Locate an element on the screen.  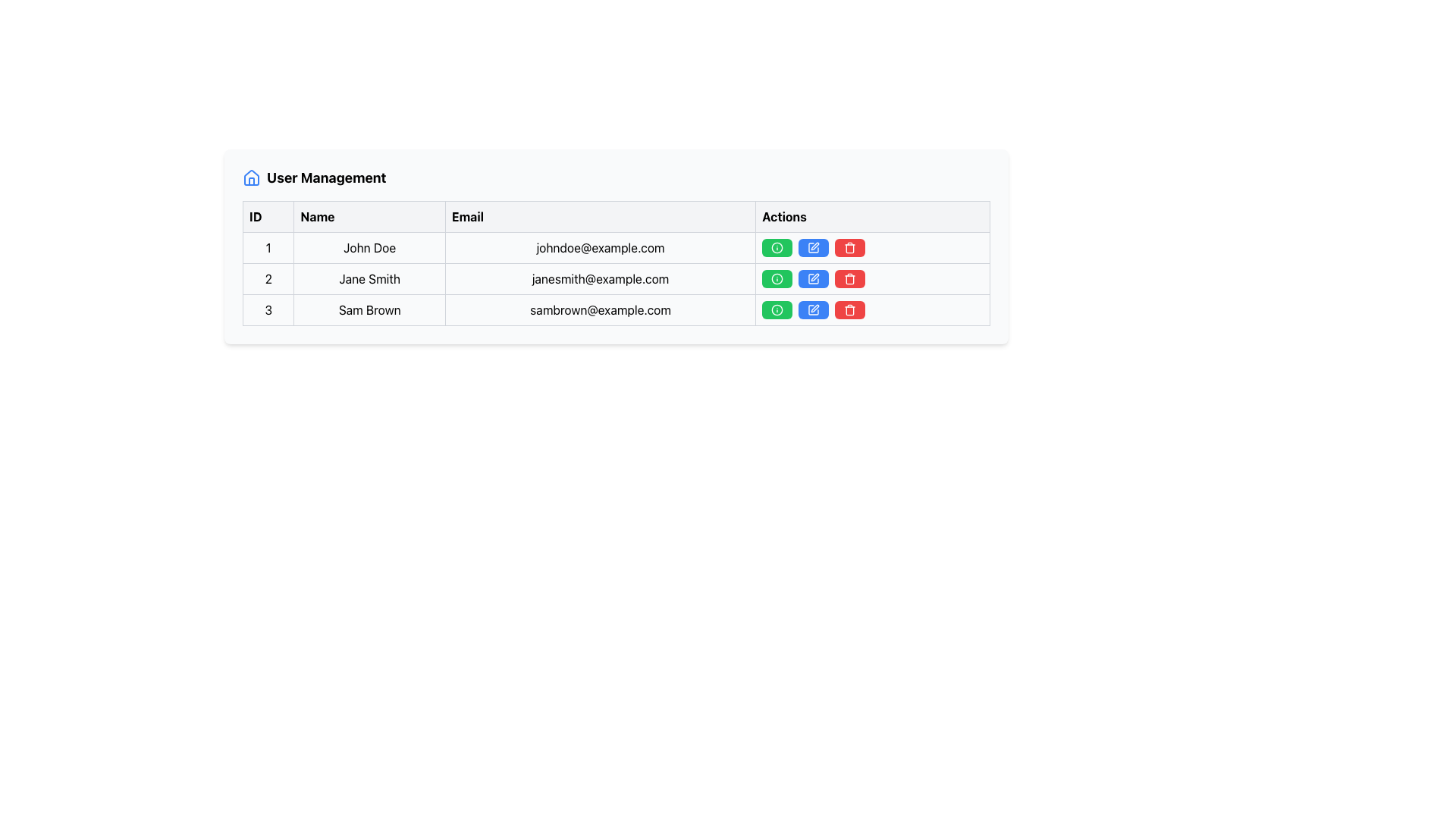
the informational text displaying the email address for the user in the third row of the table, under the 'Email' column, next to 'Sam Brown' is located at coordinates (600, 309).